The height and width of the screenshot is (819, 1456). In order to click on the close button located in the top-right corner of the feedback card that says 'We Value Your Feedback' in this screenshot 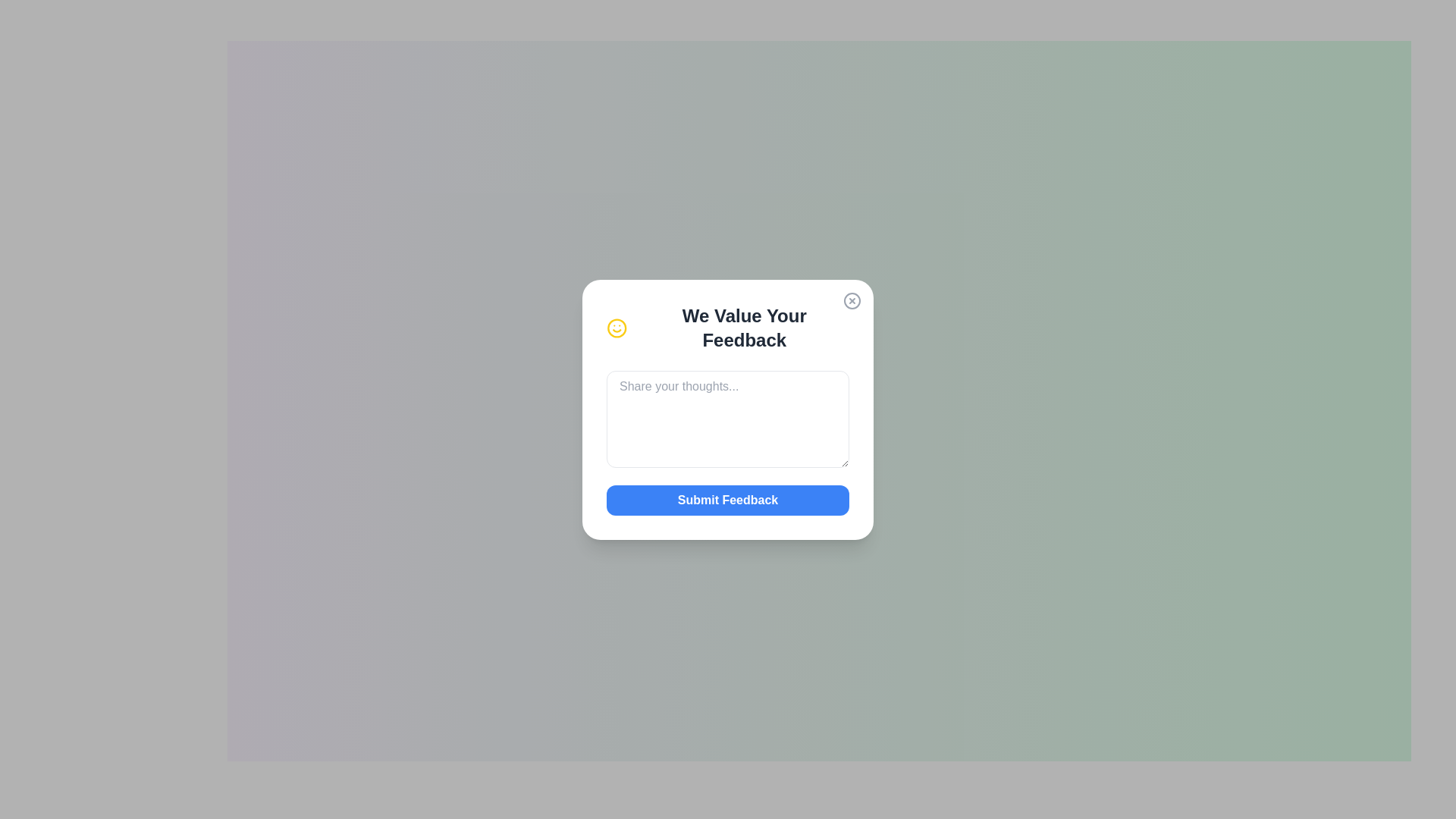, I will do `click(852, 300)`.